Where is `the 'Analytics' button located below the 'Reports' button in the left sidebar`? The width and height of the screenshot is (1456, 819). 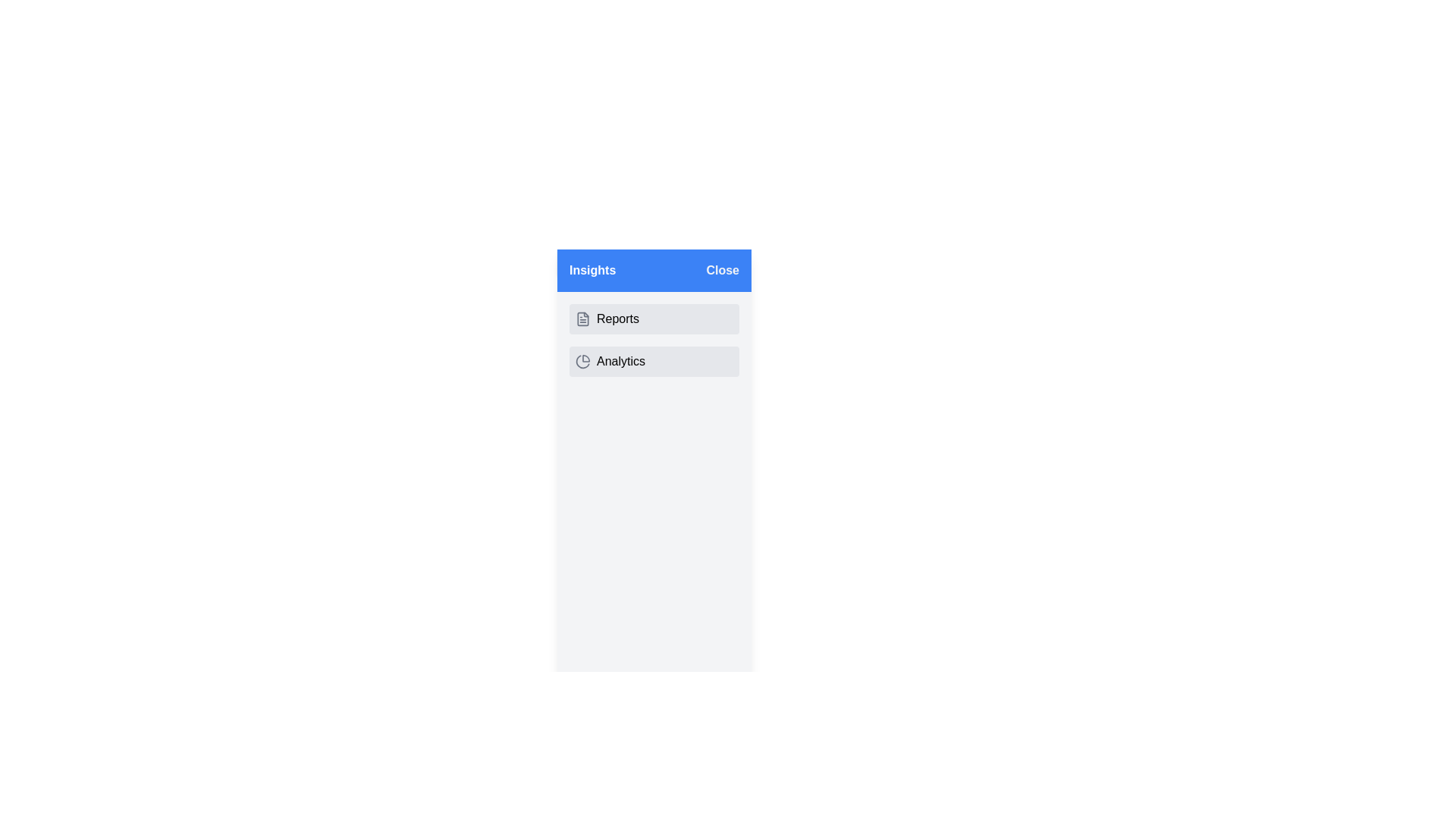 the 'Analytics' button located below the 'Reports' button in the left sidebar is located at coordinates (654, 362).